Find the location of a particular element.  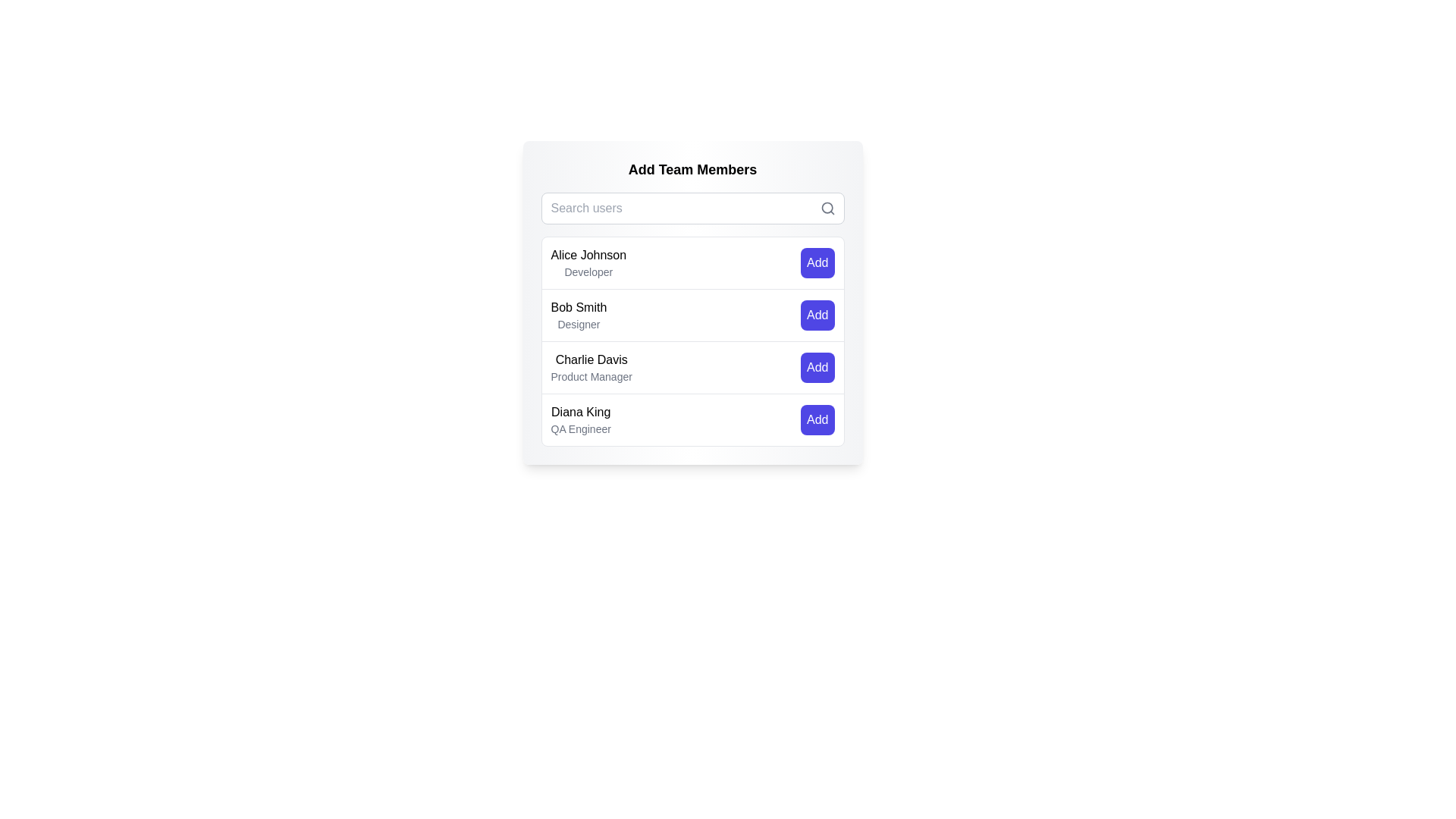

the first static text label representing a team member in the 'Add Team Members' interface, located above the 'Designer' label and below 'Alice Johnson' is located at coordinates (578, 307).